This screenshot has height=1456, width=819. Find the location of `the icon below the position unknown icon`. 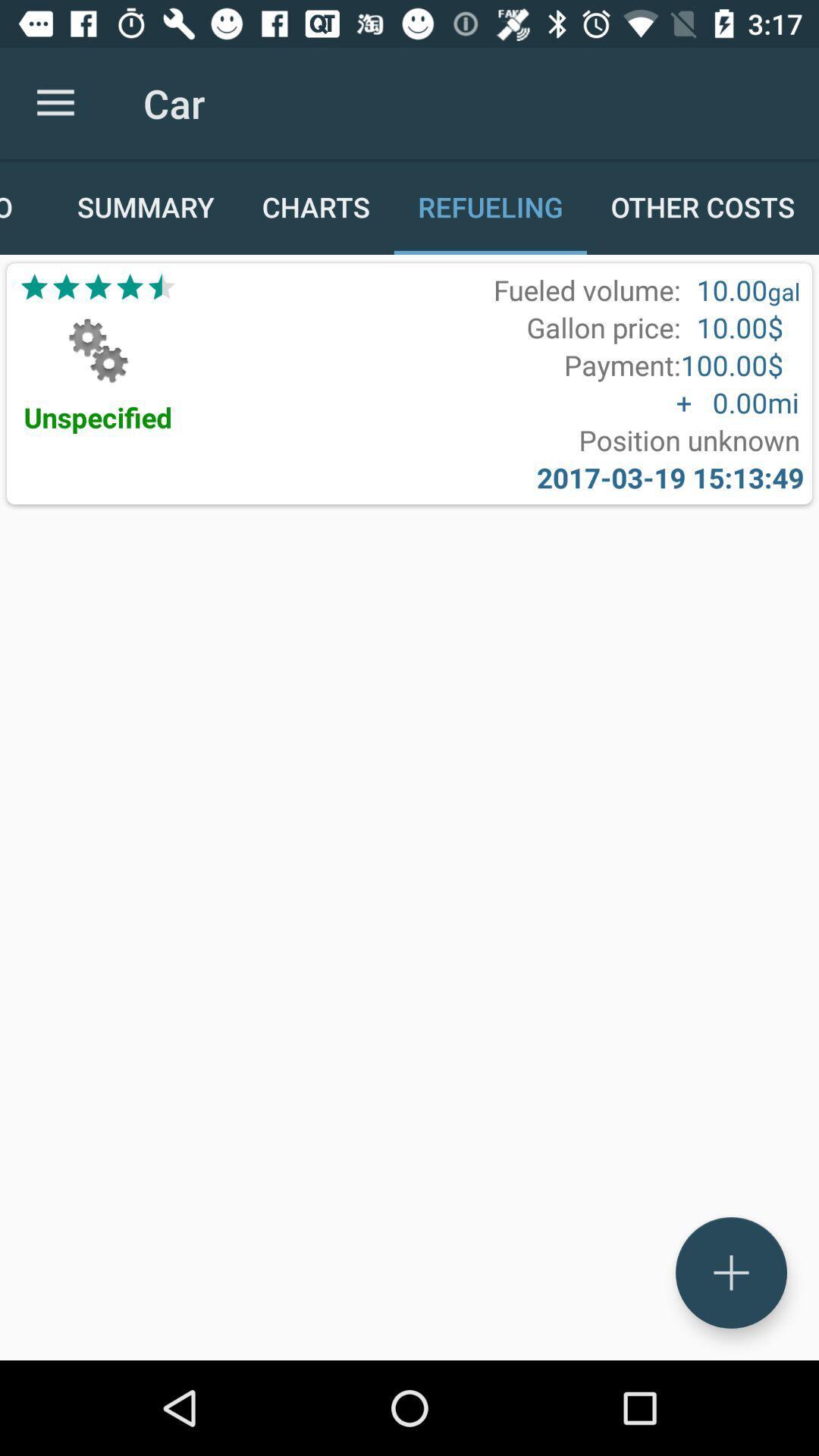

the icon below the position unknown icon is located at coordinates (670, 476).